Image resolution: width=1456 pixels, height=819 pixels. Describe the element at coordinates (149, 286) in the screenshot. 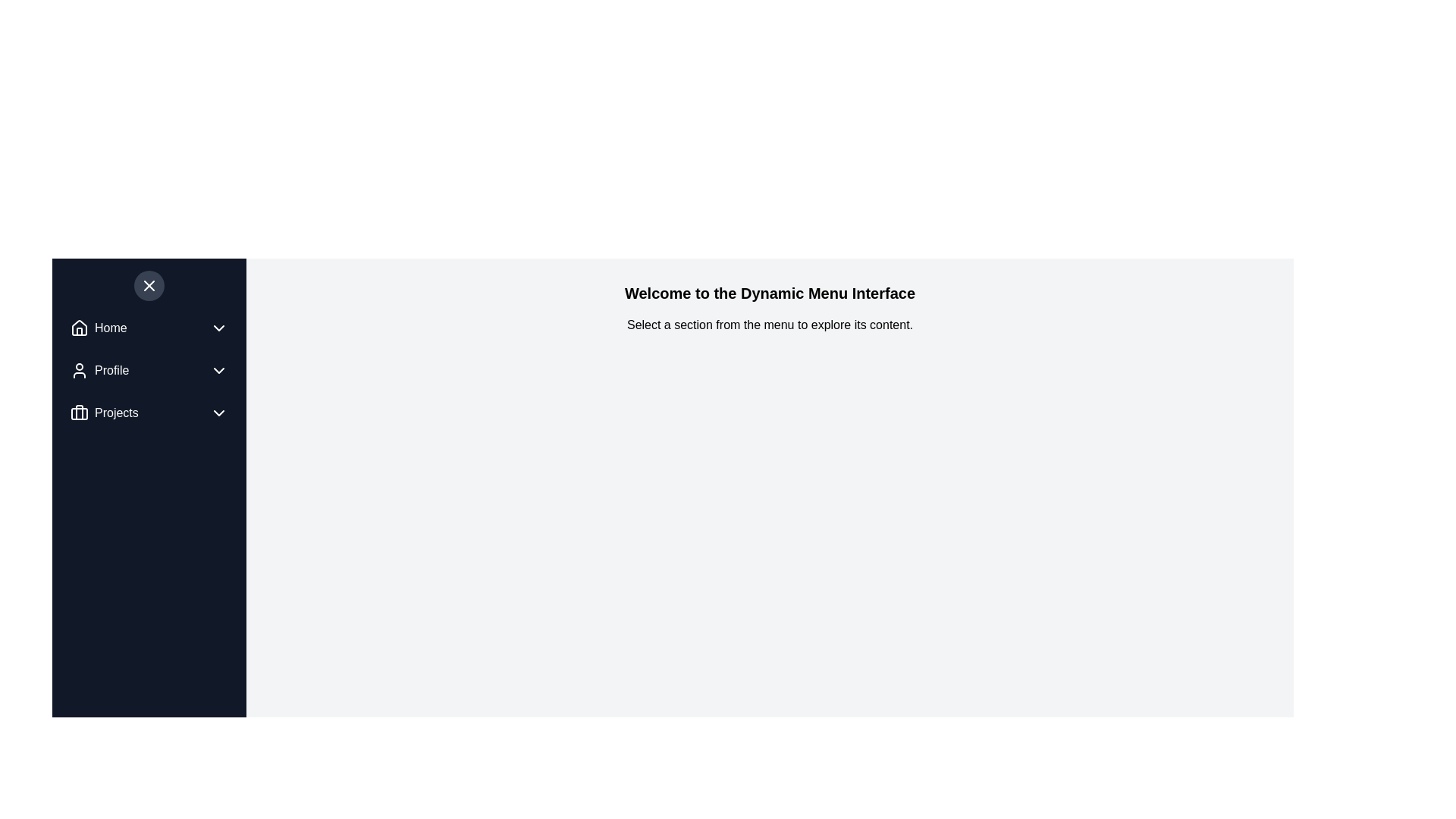

I see `the 'X' glyph icon located in the top-left corner of the interface inside a circular button` at that location.